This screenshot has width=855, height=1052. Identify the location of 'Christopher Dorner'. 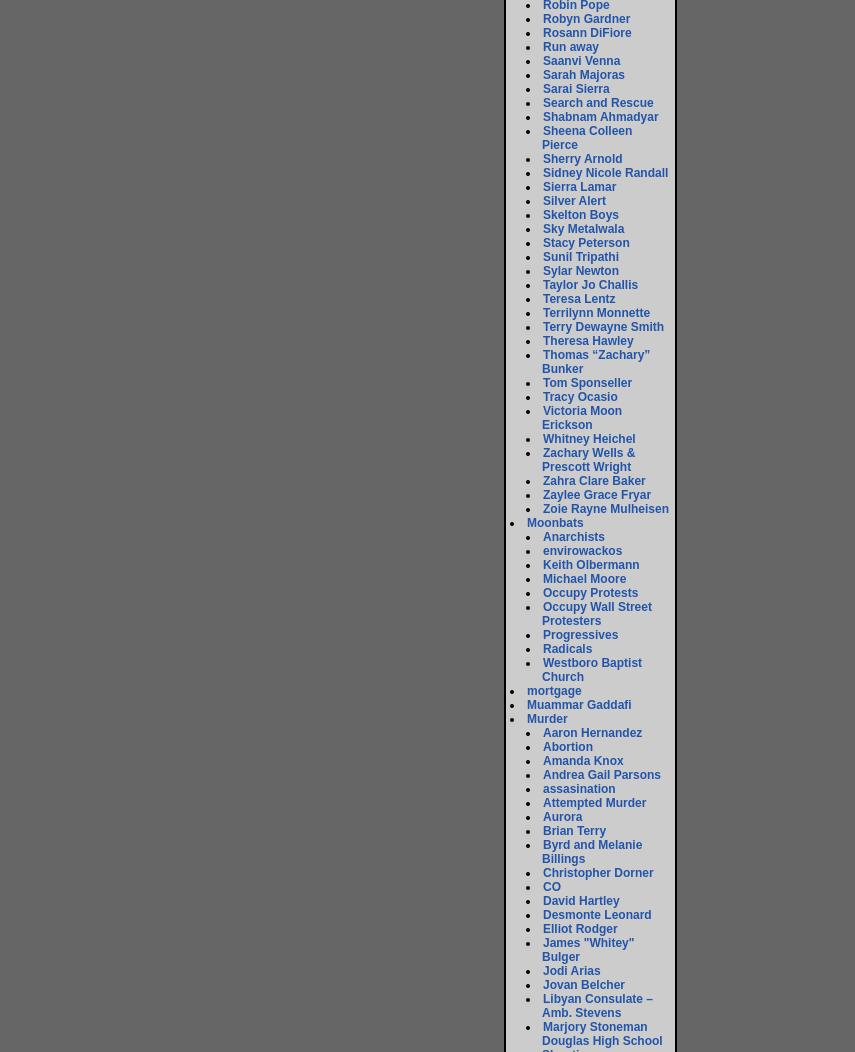
(543, 871).